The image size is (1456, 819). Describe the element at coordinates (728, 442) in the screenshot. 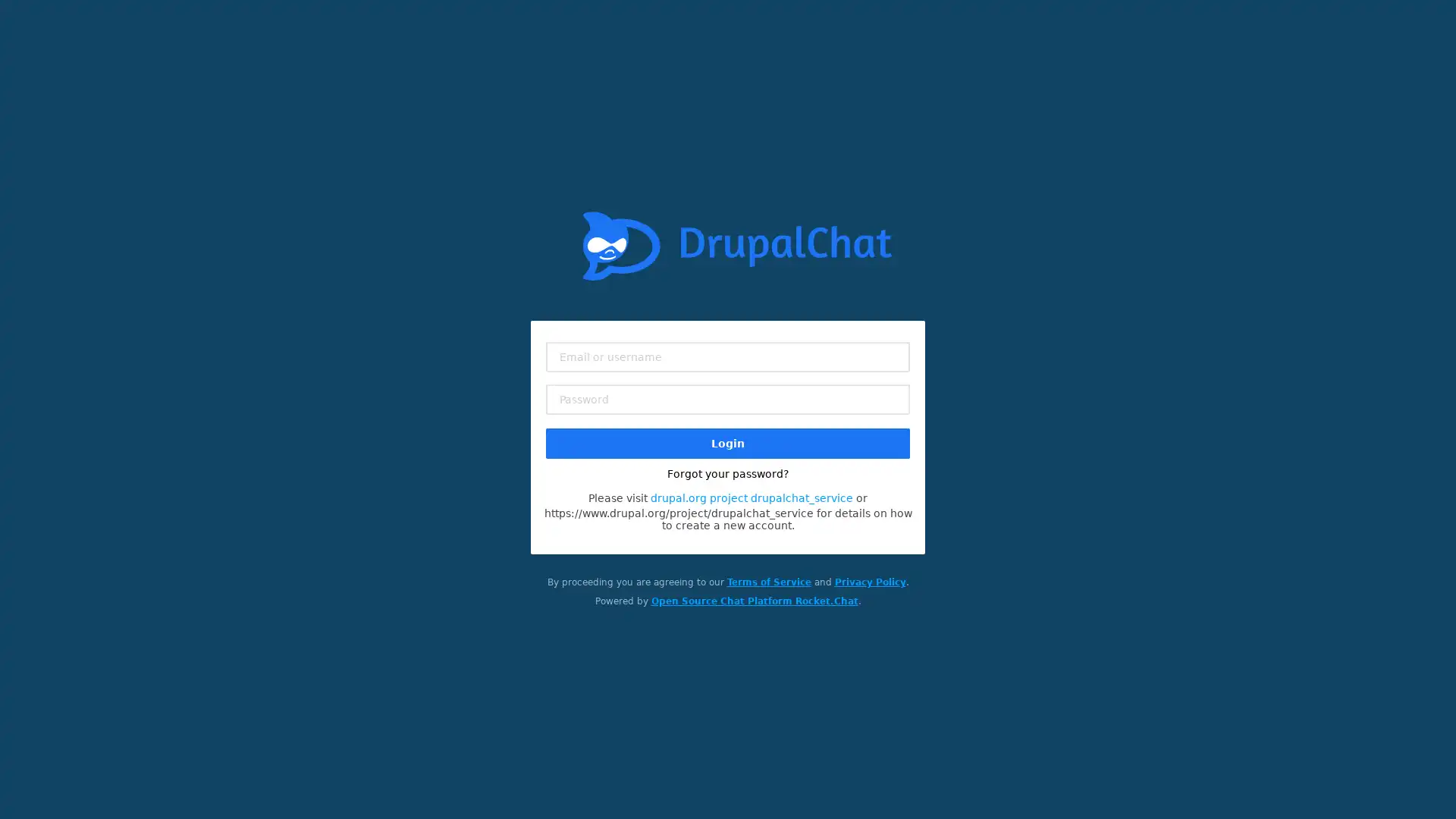

I see `Login` at that location.